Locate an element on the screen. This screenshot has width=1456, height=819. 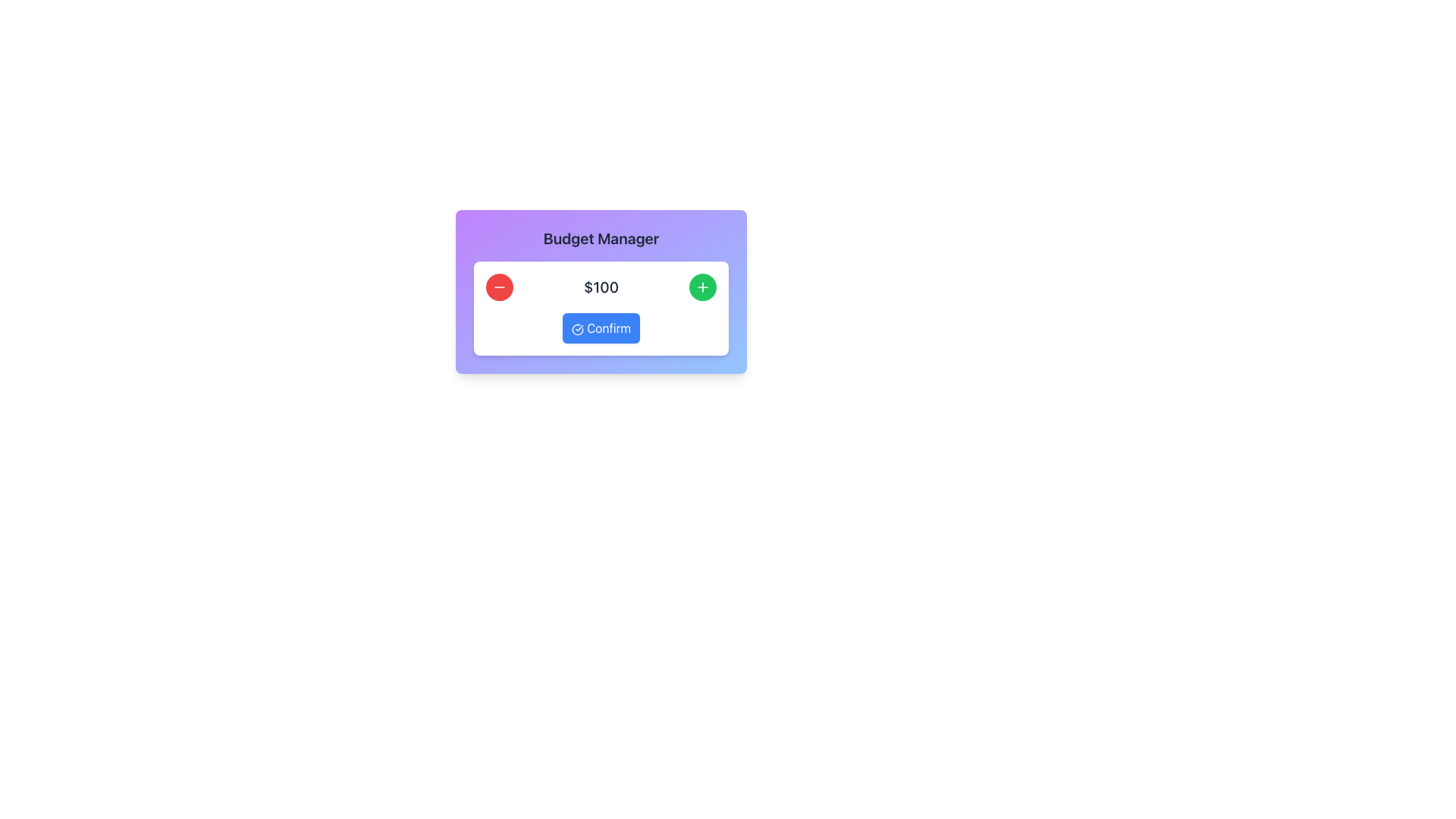
the text display that shows the amount '$100', which is centrally positioned between the decrease and increase buttons is located at coordinates (600, 287).